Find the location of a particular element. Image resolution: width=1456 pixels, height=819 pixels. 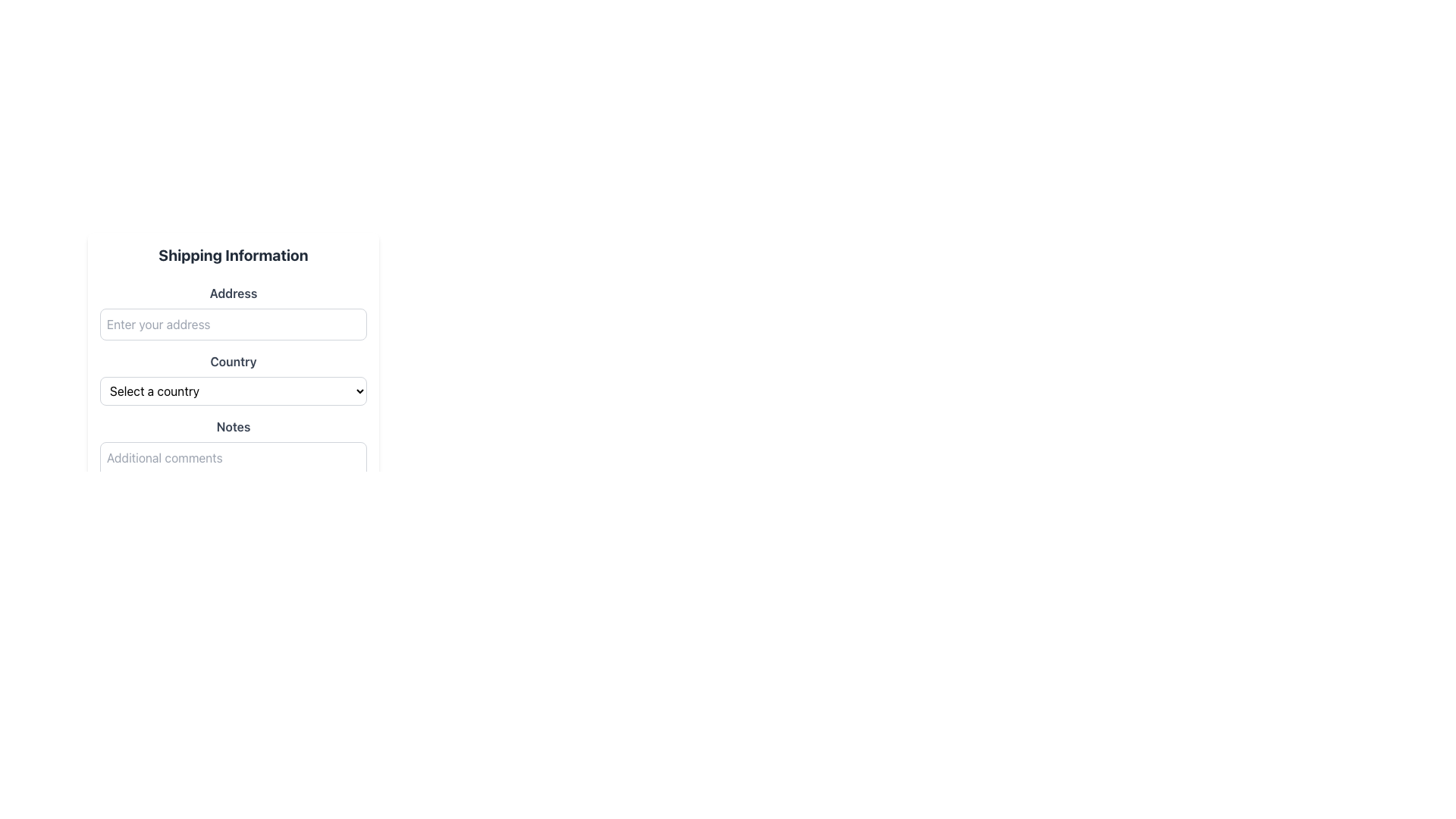

the 'Address' label displayed in bold, dark gray font, which is positioned above the text input field in the Shipping Information form section is located at coordinates (232, 293).